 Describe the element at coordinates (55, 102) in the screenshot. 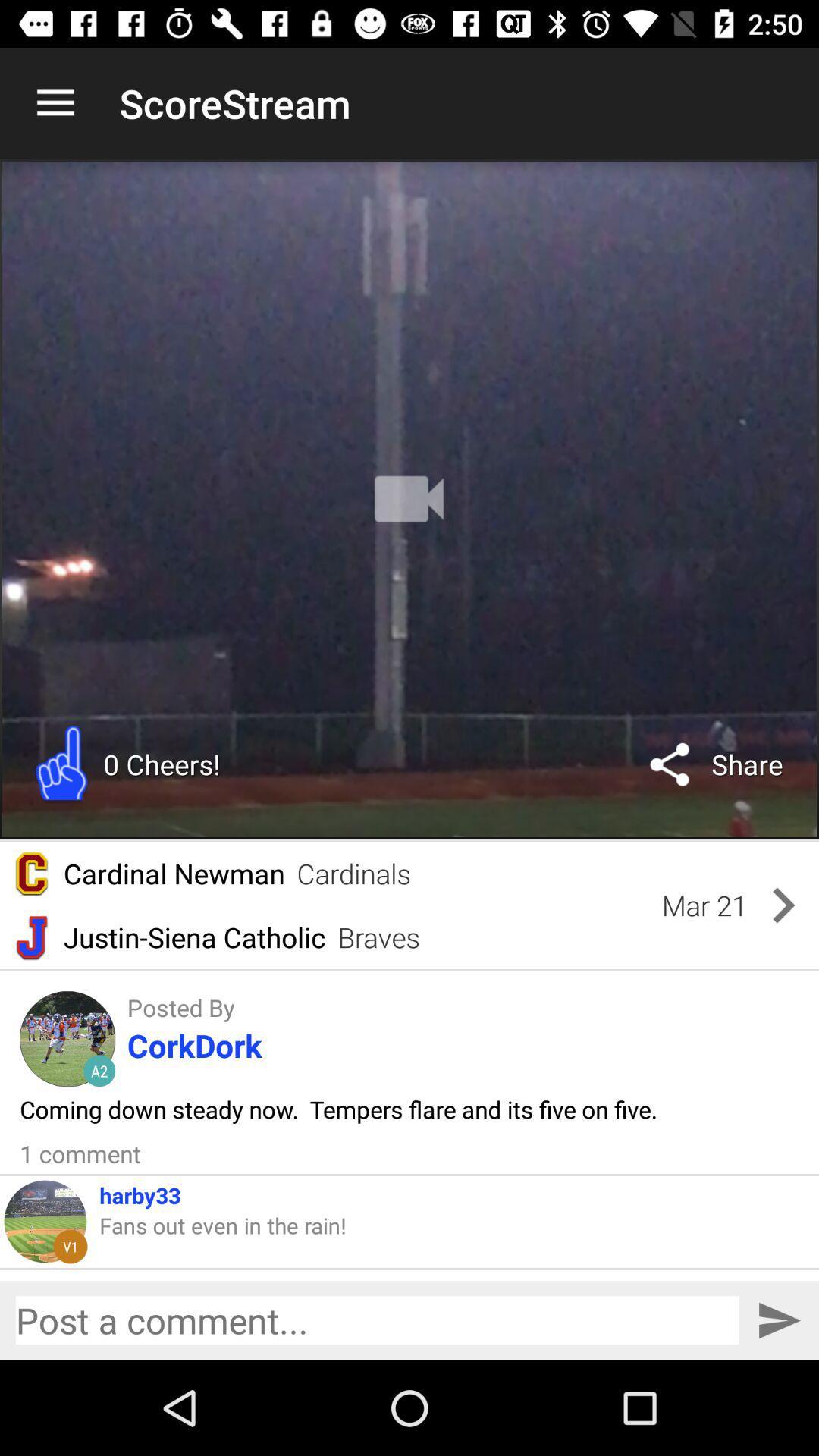

I see `the icon next to the scorestream icon` at that location.